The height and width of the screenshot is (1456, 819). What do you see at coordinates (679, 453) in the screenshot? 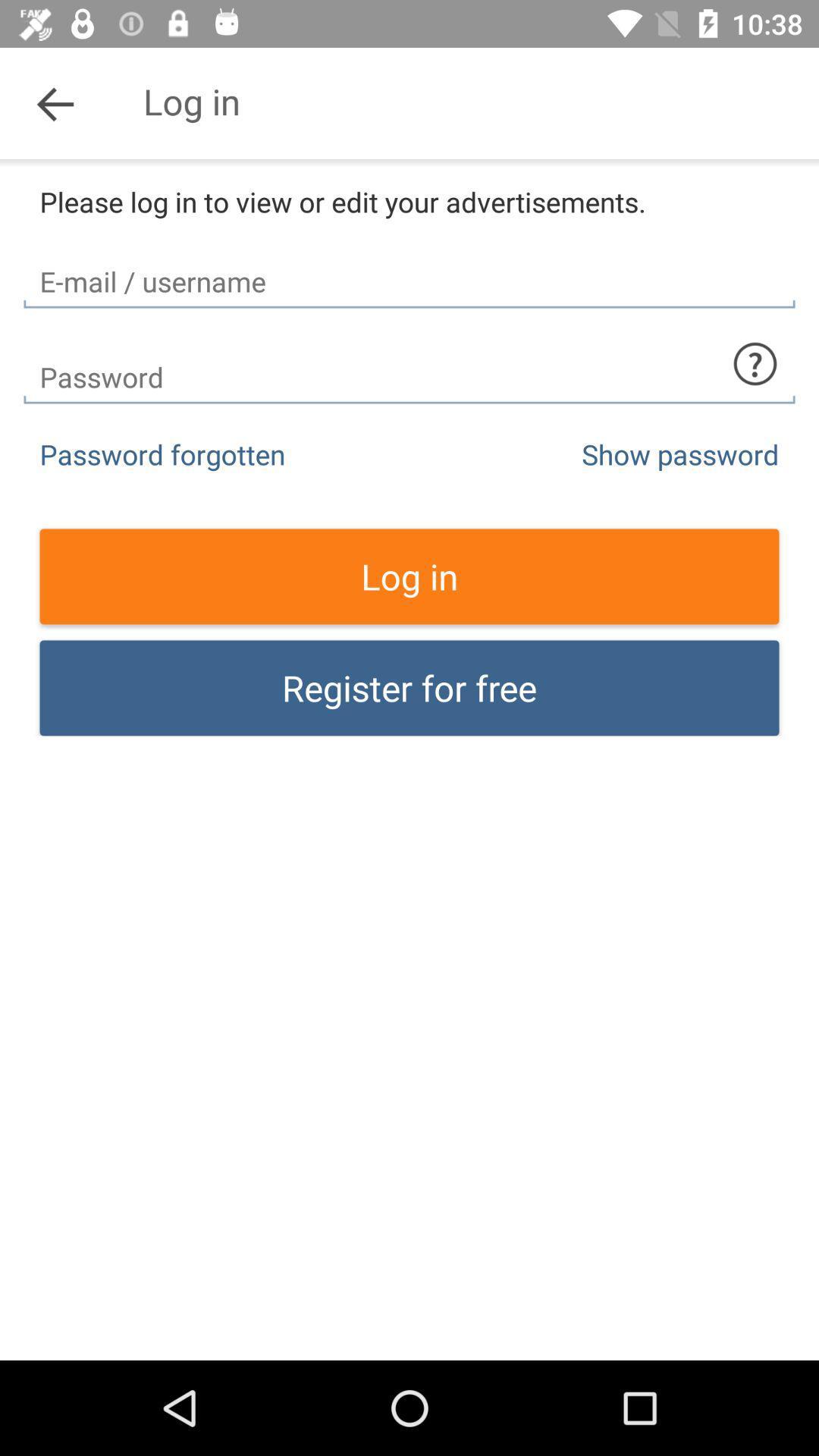
I see `the item to the right of the password forgotten` at bounding box center [679, 453].